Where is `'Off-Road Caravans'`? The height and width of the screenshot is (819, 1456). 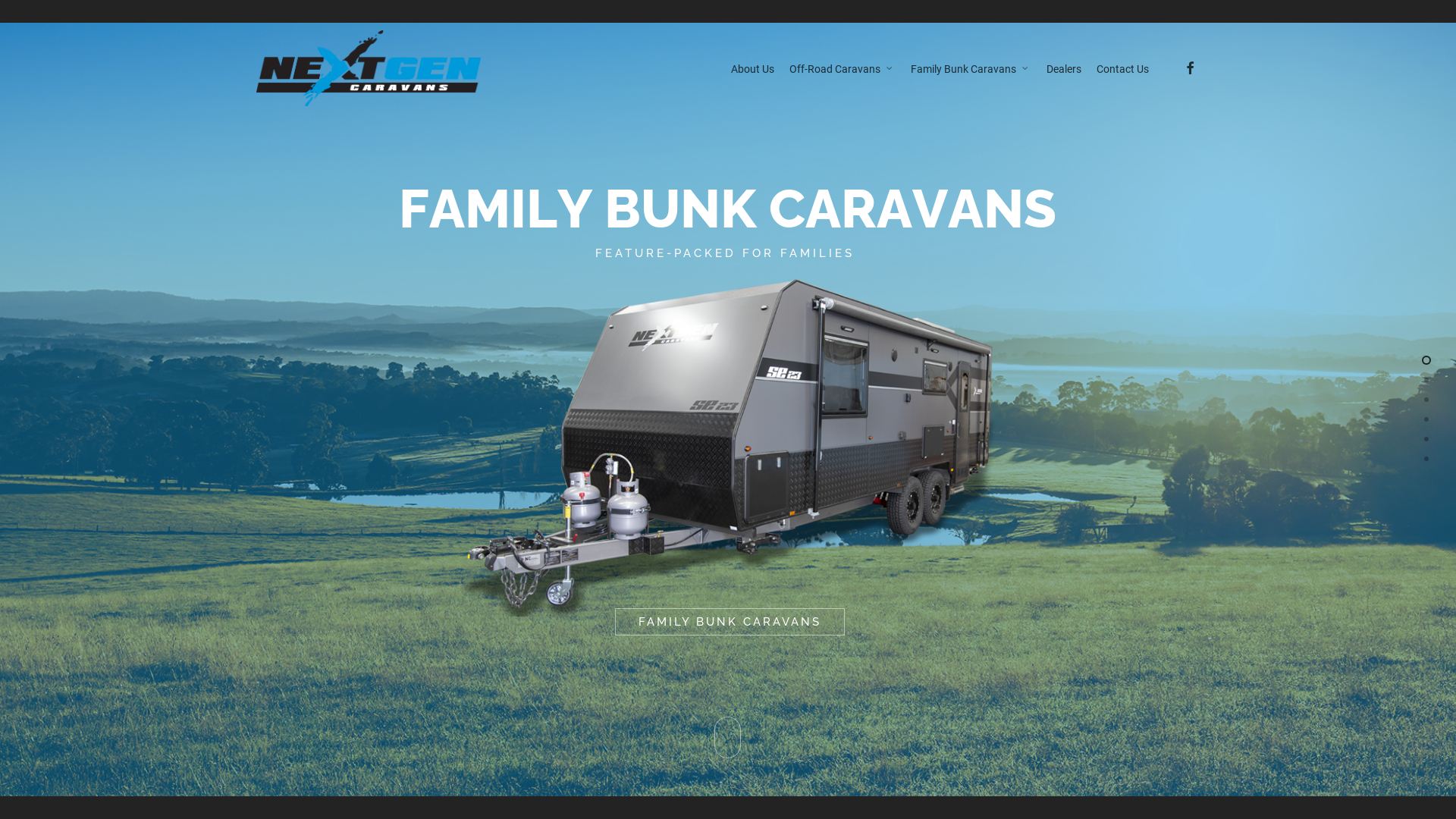
'Off-Road Caravans' is located at coordinates (840, 67).